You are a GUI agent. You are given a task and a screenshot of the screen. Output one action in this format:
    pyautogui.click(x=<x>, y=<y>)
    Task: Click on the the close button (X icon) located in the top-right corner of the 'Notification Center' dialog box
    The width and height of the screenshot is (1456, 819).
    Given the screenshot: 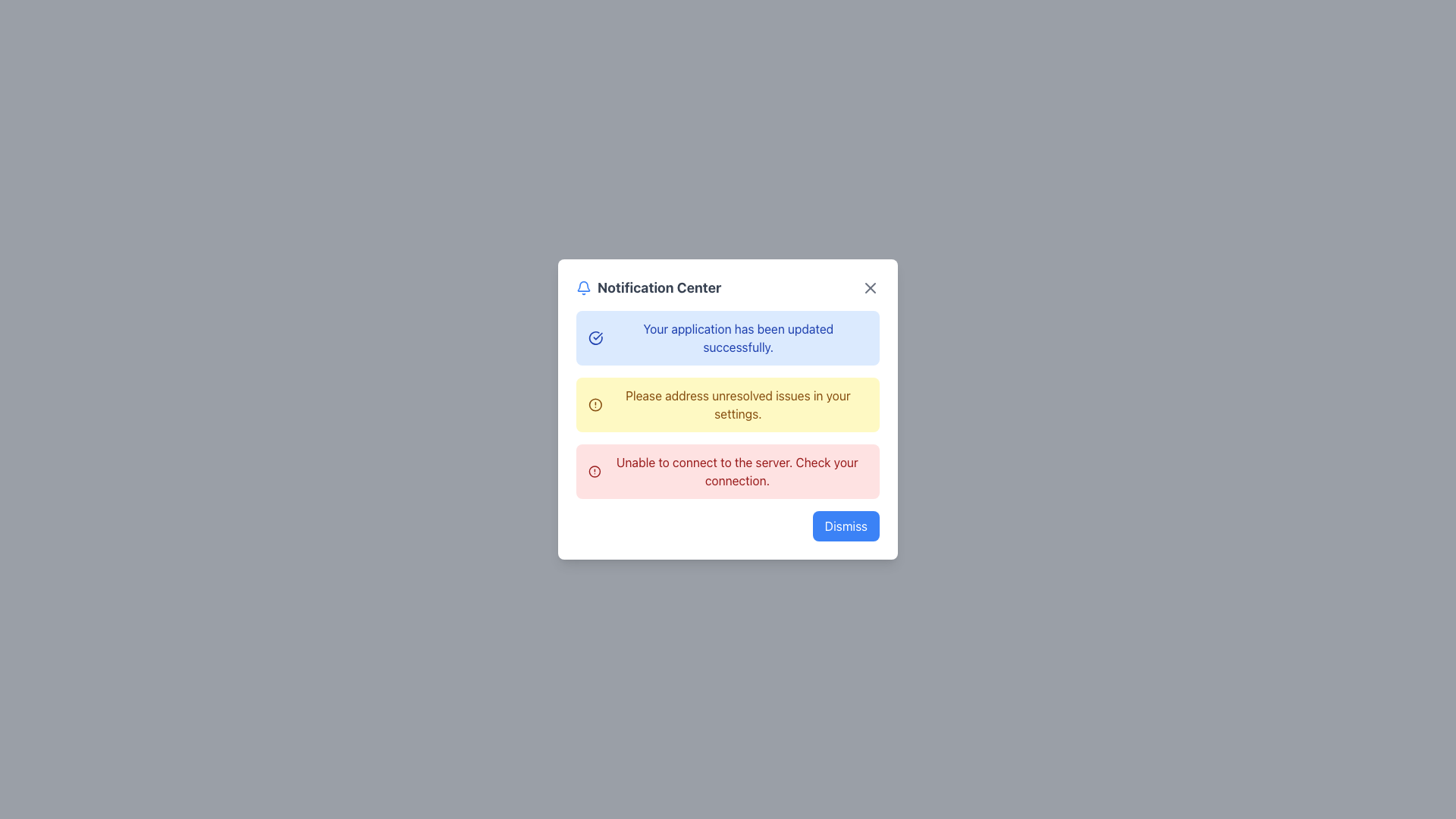 What is the action you would take?
    pyautogui.click(x=870, y=288)
    